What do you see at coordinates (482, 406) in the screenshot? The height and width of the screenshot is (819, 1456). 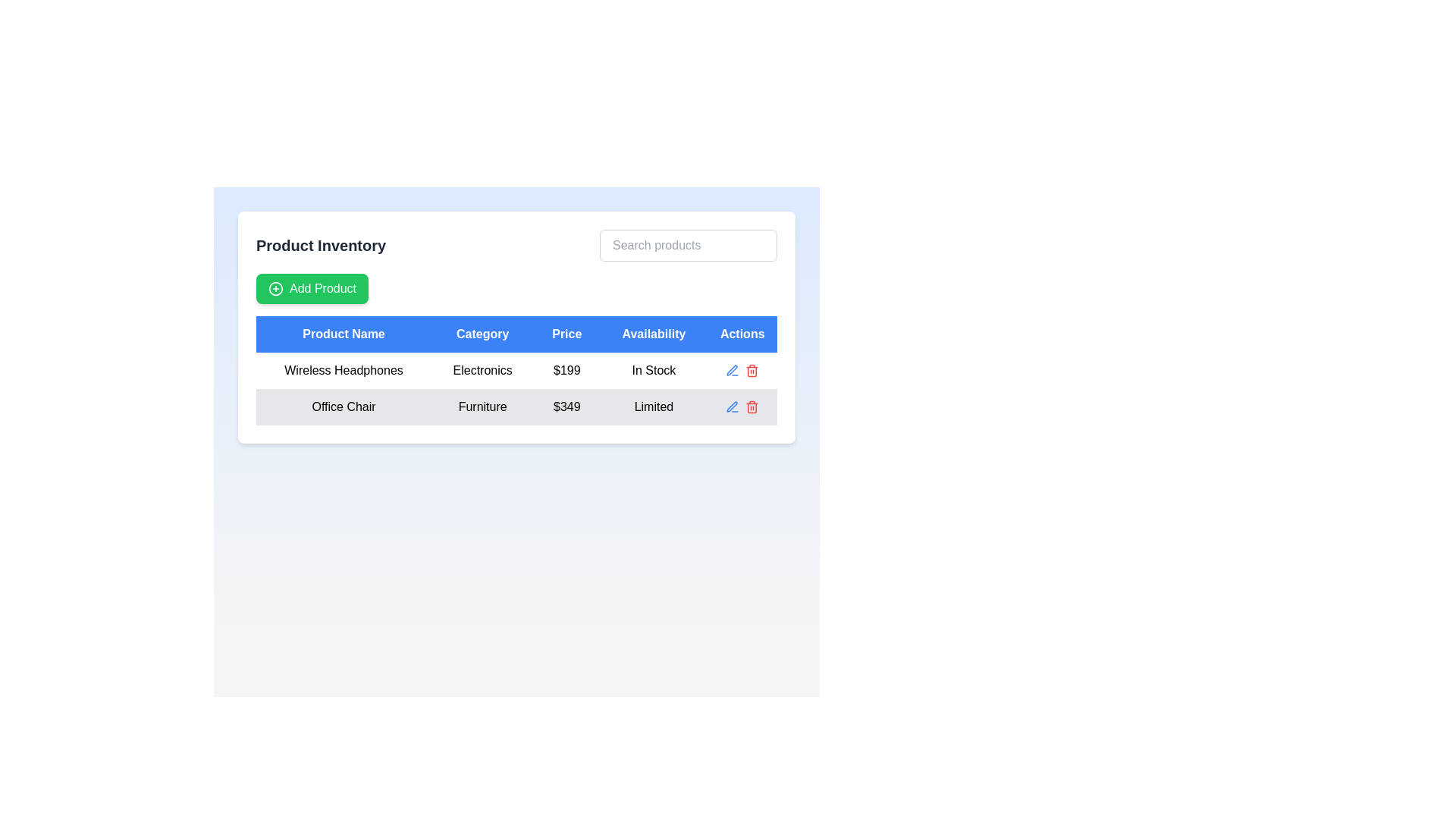 I see `the category label for the 'Office Chair' product in the second column of the second row of the inventory table` at bounding box center [482, 406].